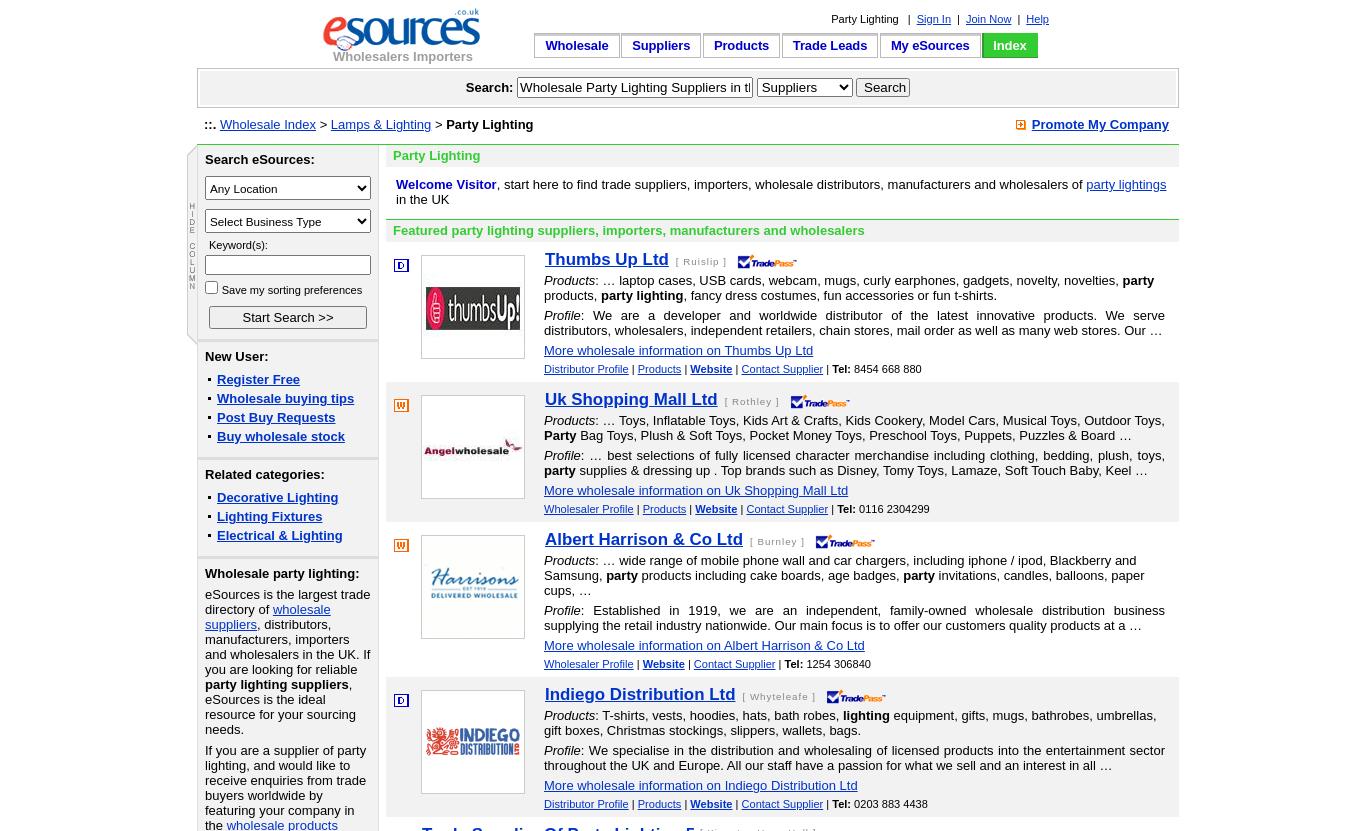 This screenshot has height=831, width=1366. What do you see at coordinates (401, 55) in the screenshot?
I see `'Wholesalers Importers'` at bounding box center [401, 55].